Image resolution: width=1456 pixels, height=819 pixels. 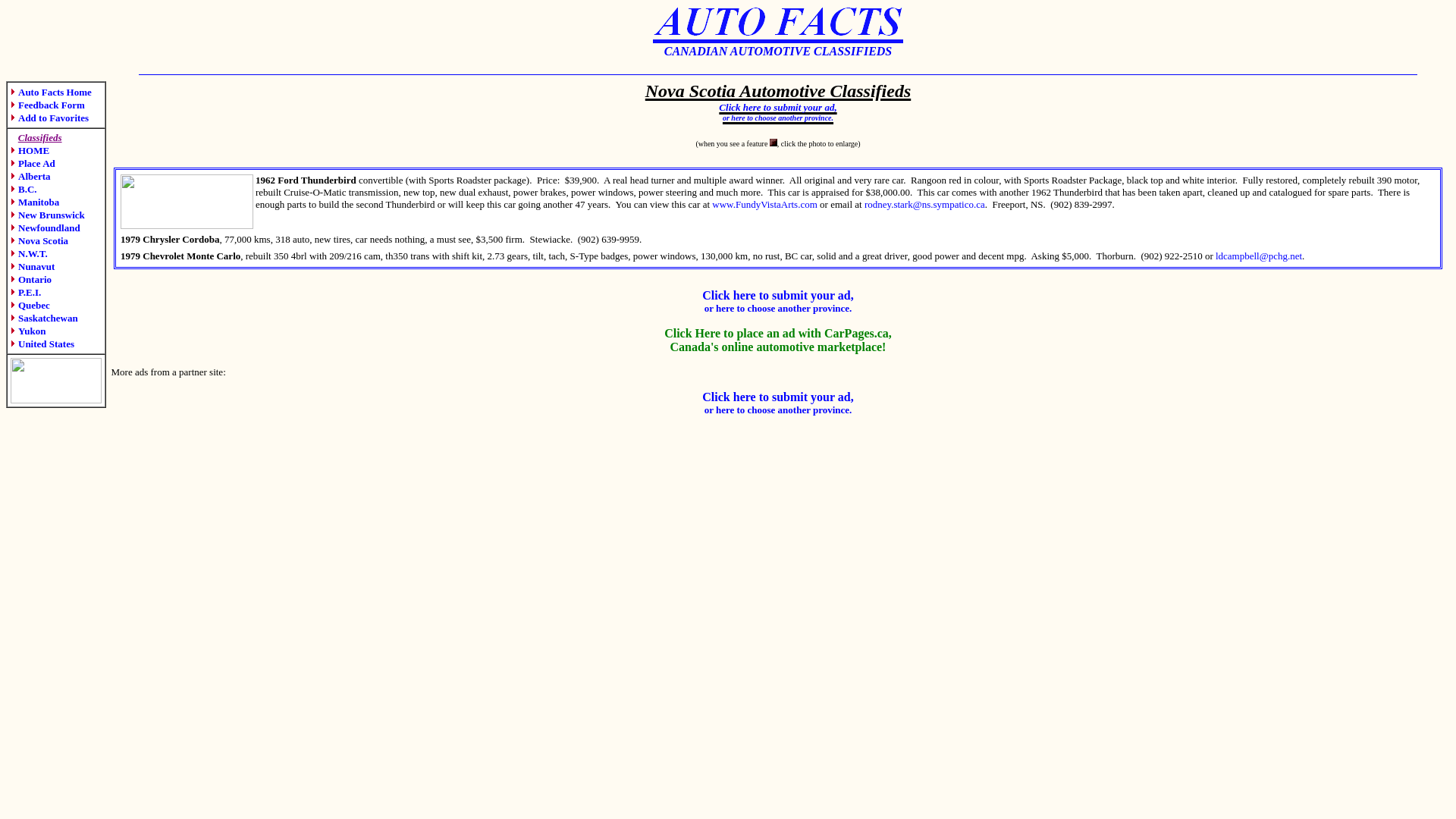 I want to click on 'Newfoundland', so click(x=45, y=227).